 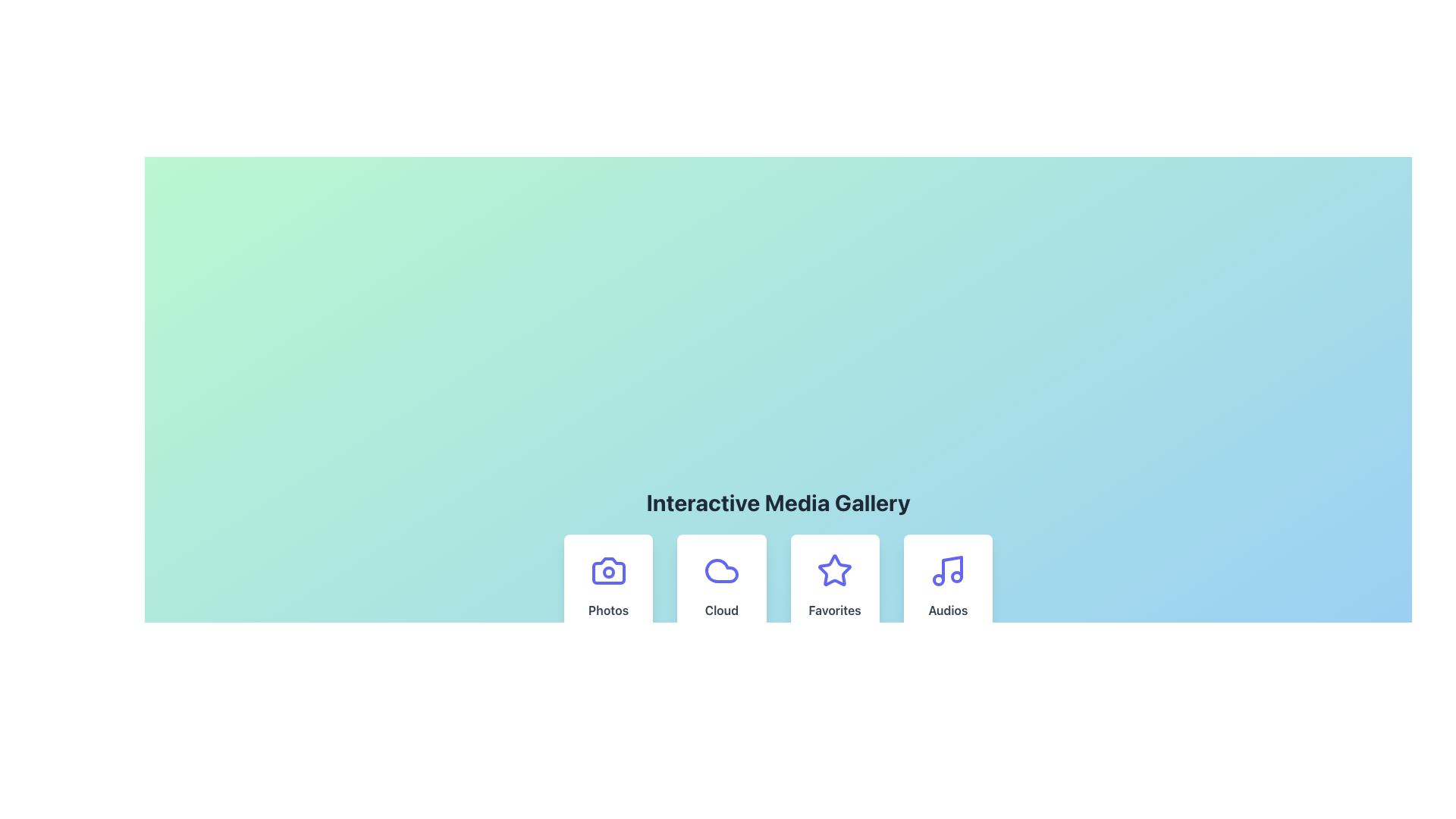 What do you see at coordinates (720, 570) in the screenshot?
I see `the cloud icon with a blue outline located in the second card of four, which has 'Cloud' as the label below` at bounding box center [720, 570].